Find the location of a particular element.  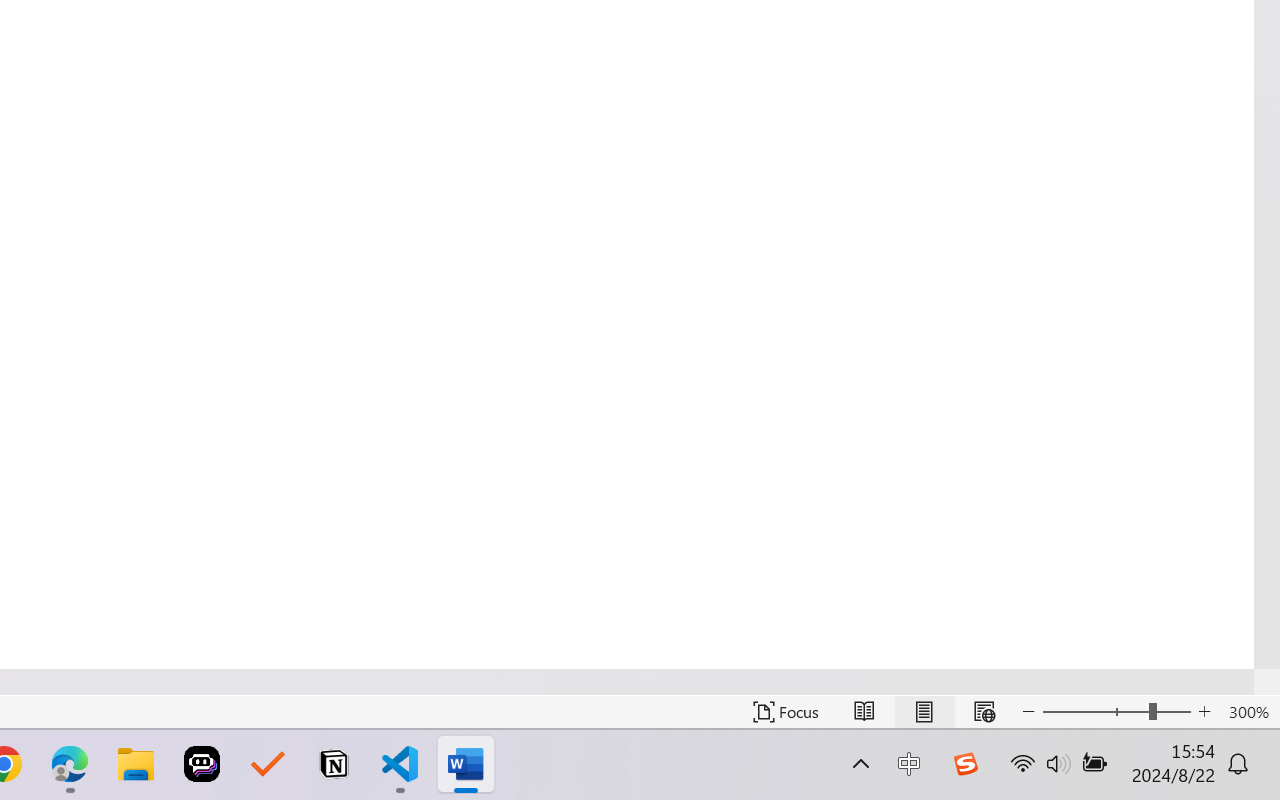

'Web Layout' is located at coordinates (984, 711).